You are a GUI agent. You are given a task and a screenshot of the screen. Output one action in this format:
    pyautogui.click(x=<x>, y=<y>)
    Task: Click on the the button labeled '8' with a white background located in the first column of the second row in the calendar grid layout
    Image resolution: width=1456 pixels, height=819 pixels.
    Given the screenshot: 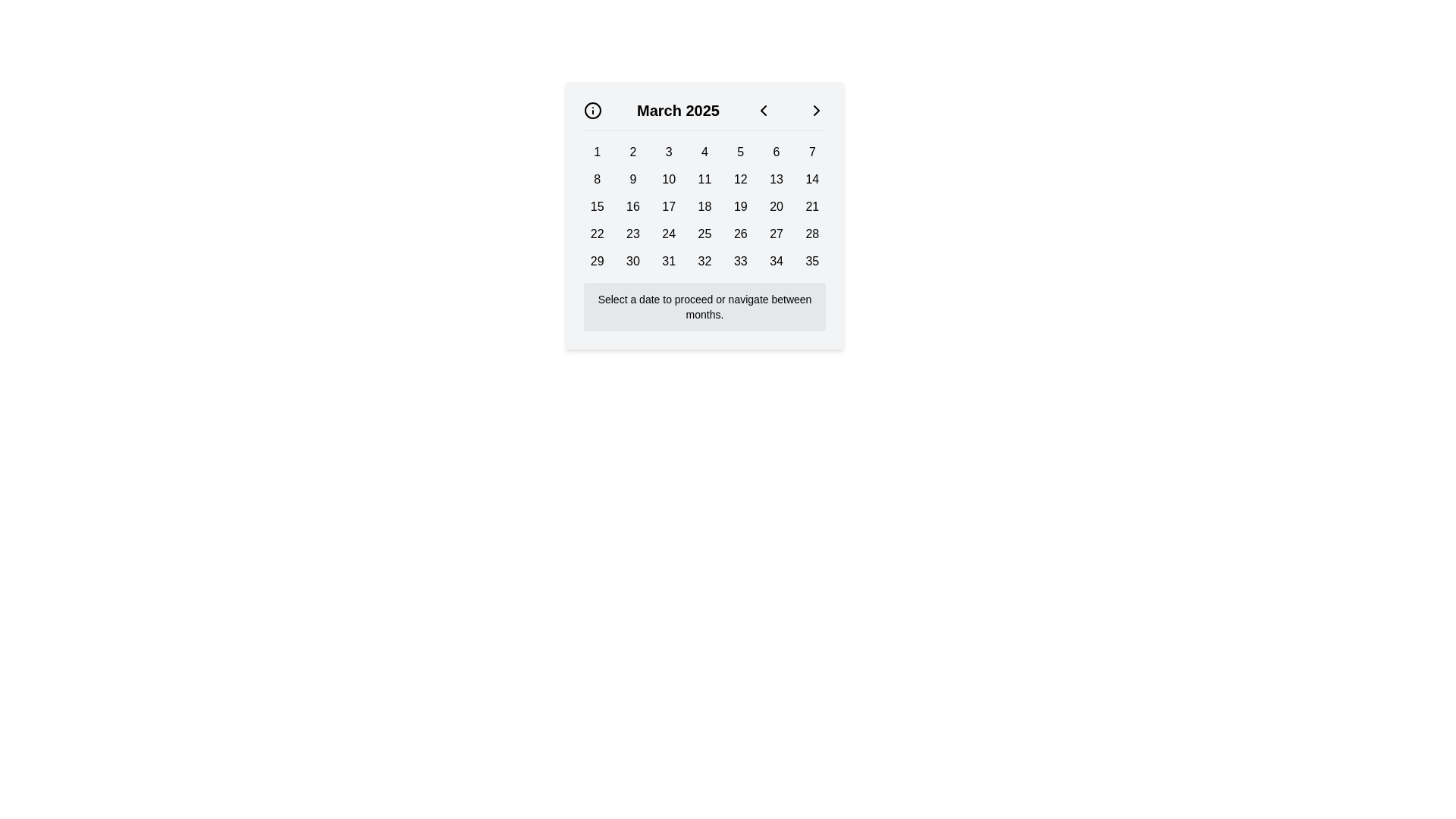 What is the action you would take?
    pyautogui.click(x=596, y=178)
    